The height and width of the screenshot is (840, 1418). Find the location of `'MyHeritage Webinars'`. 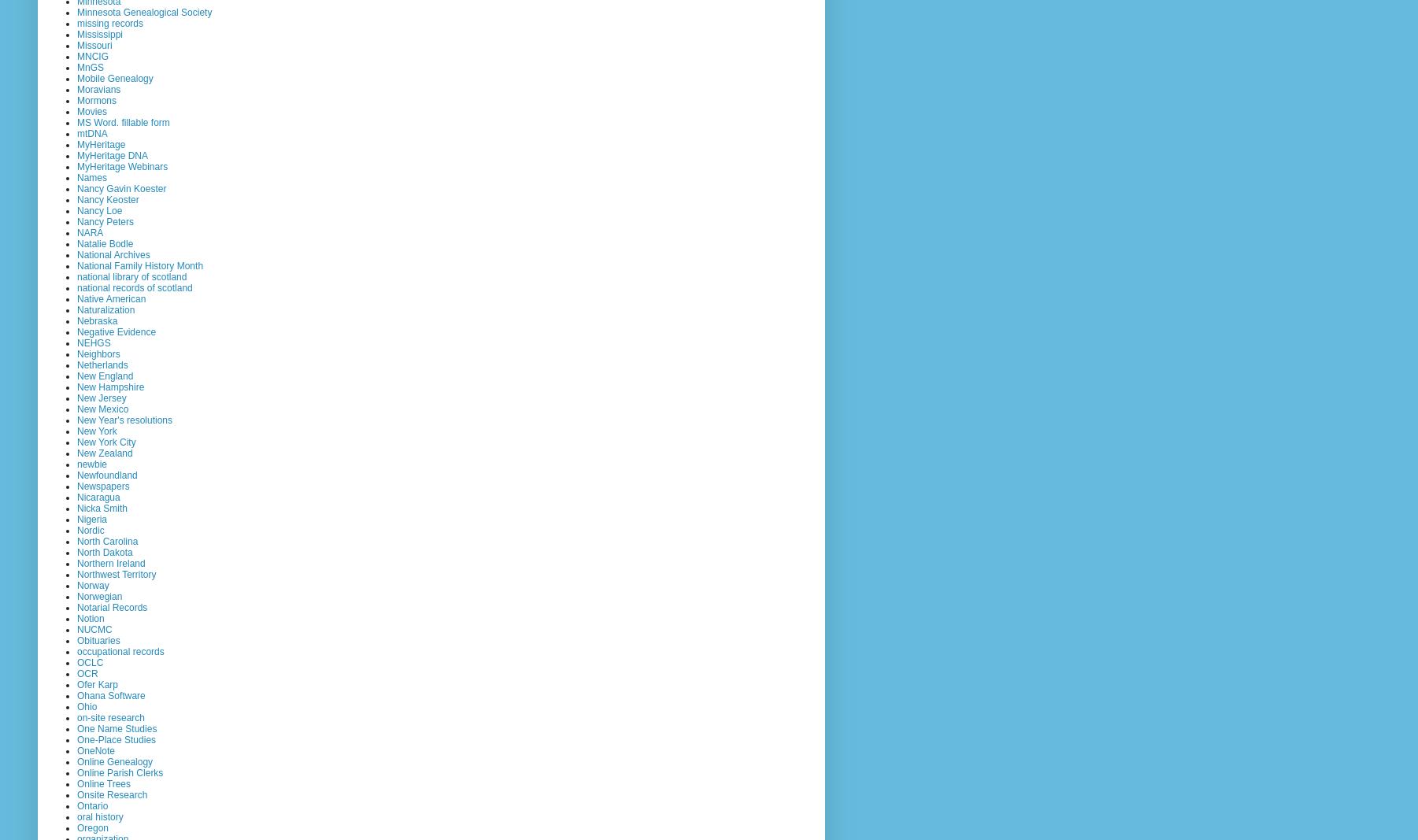

'MyHeritage Webinars' is located at coordinates (122, 166).